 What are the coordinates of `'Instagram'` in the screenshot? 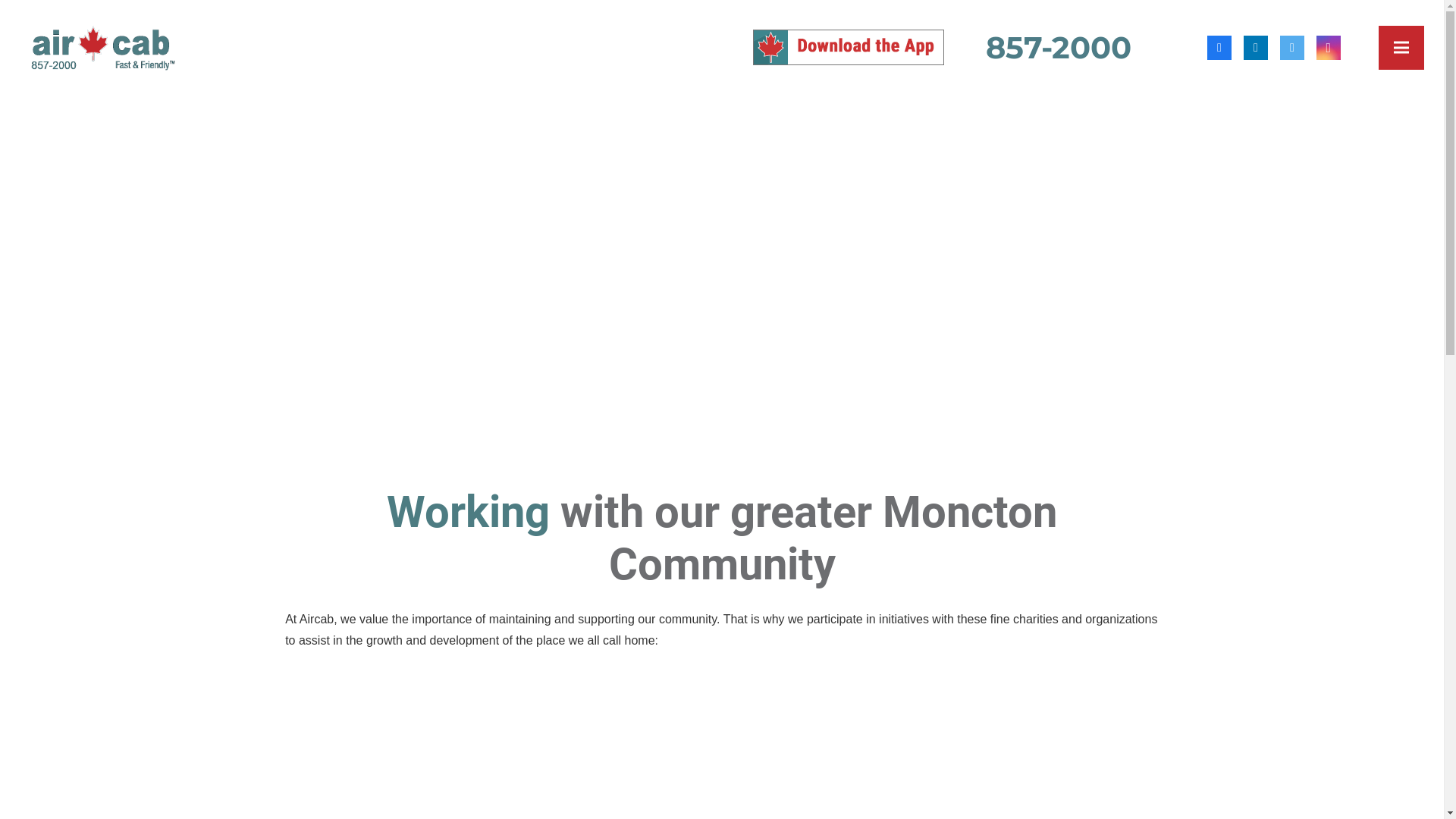 It's located at (1328, 45).